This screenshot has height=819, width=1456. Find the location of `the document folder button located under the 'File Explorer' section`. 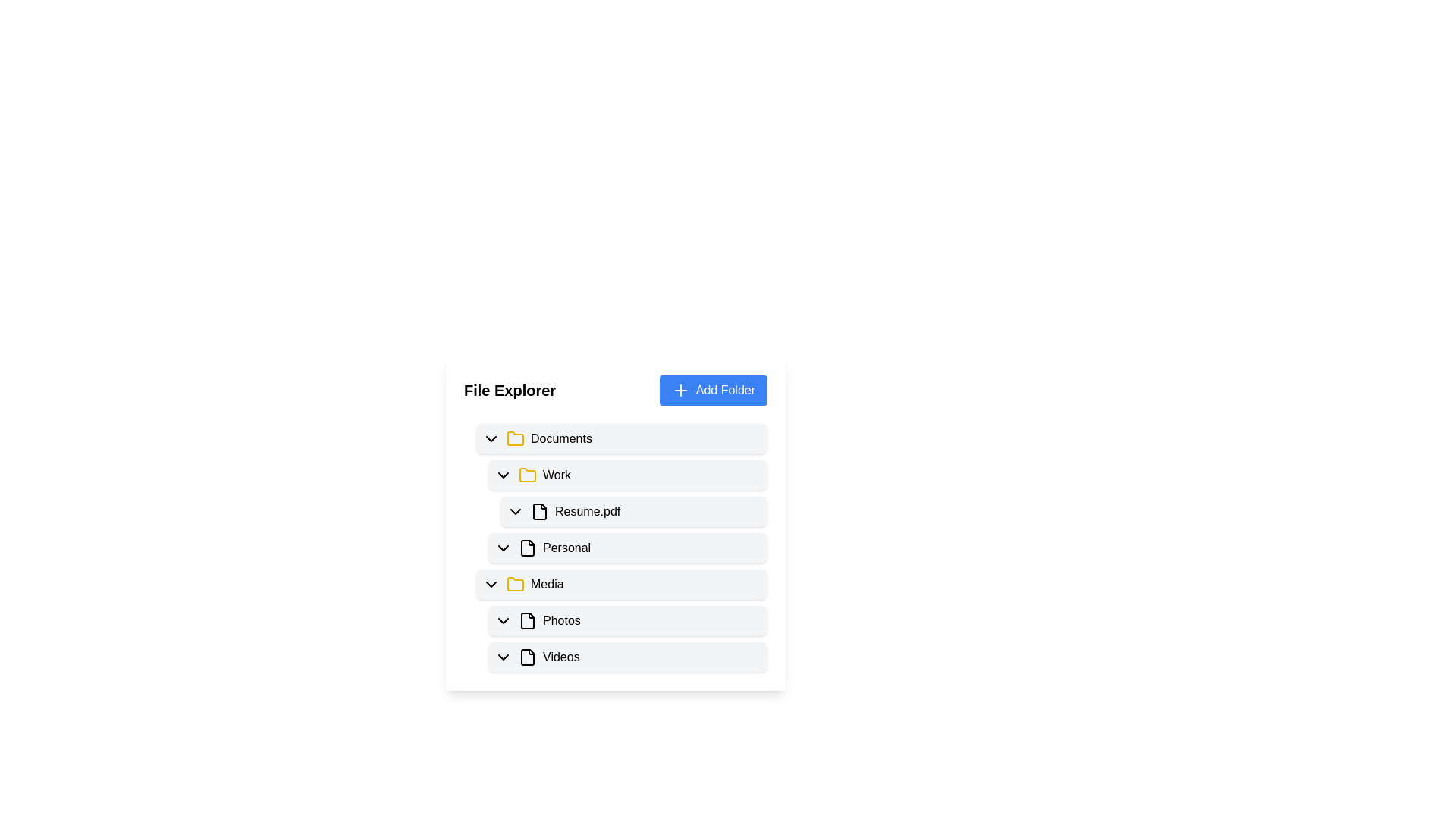

the document folder button located under the 'File Explorer' section is located at coordinates (622, 438).